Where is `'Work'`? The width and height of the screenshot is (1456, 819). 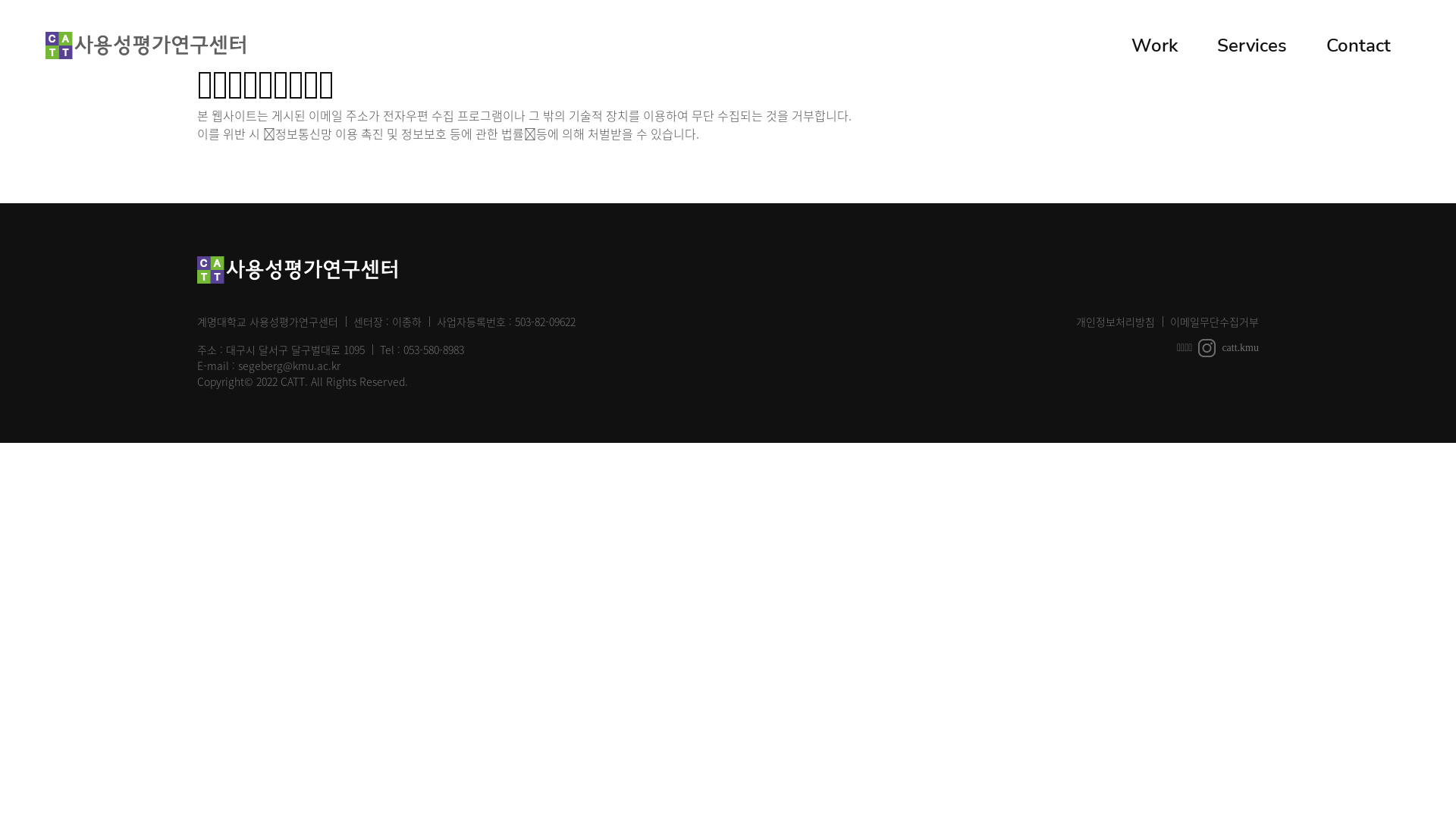
'Work' is located at coordinates (1153, 45).